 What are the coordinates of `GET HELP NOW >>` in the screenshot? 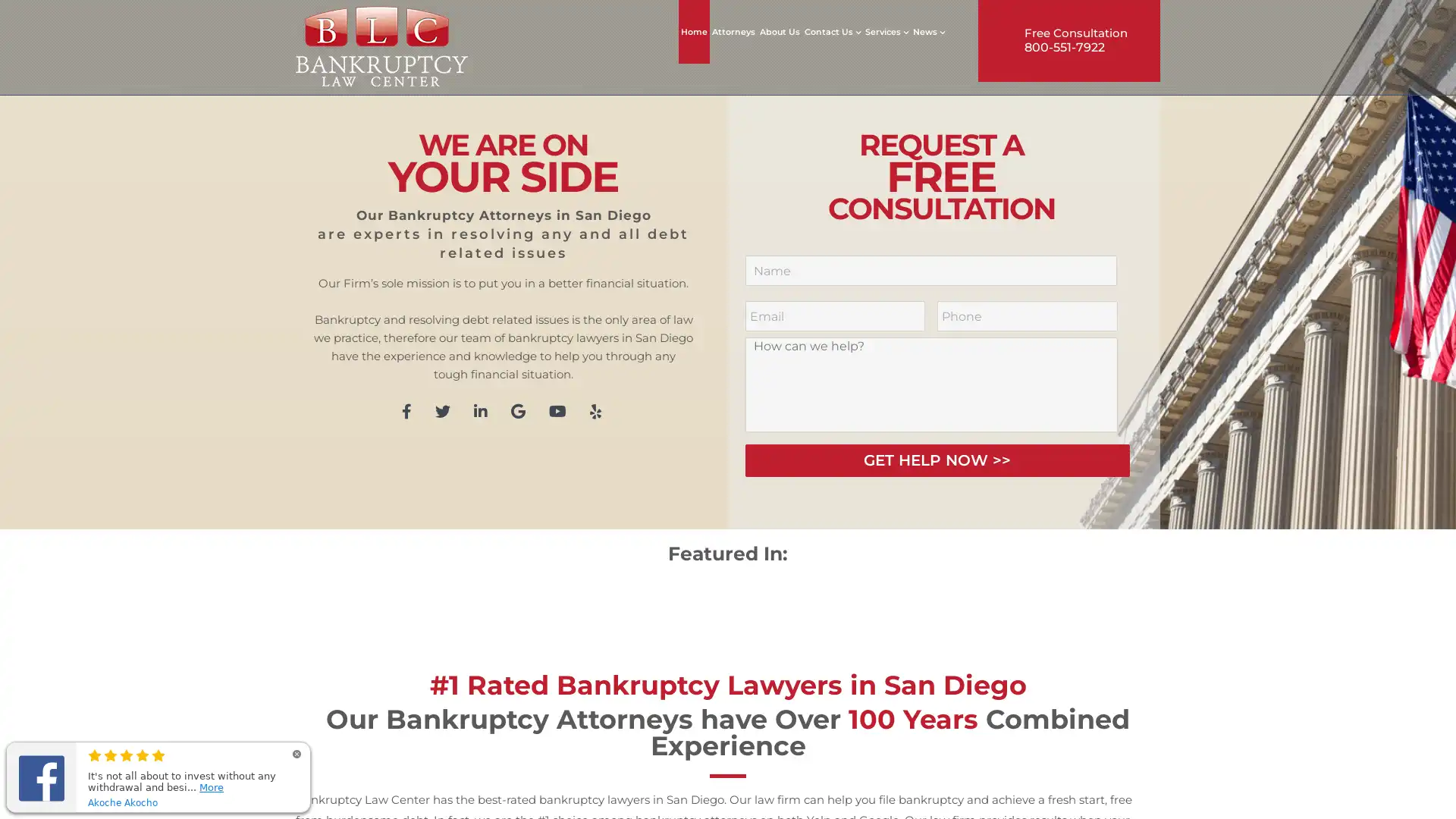 It's located at (937, 460).